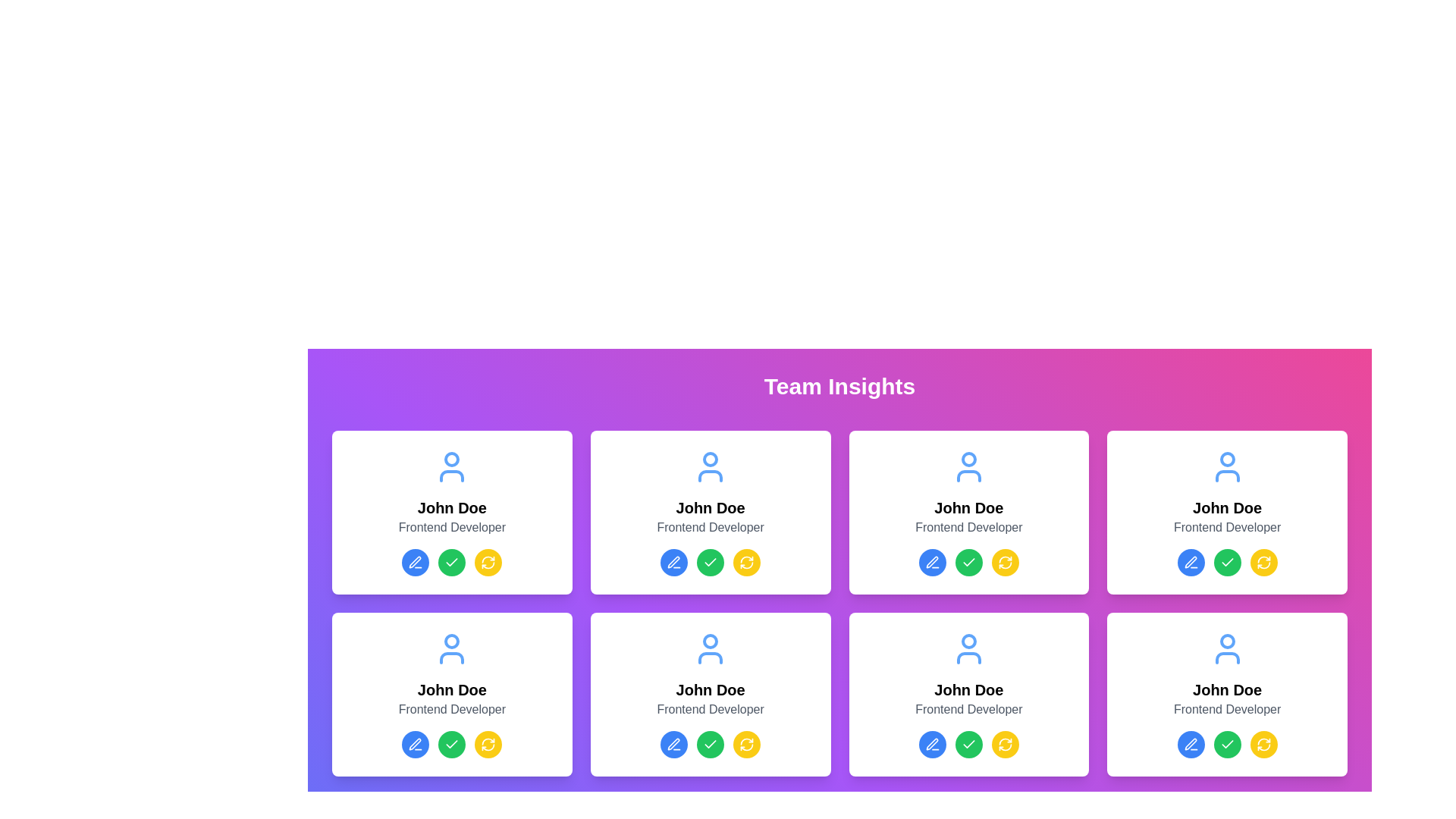 The width and height of the screenshot is (1456, 819). What do you see at coordinates (710, 690) in the screenshot?
I see `the text 'John Doe' by clicking on it, which is displayed prominently in bold or semi-bold typeface above the smaller text 'Frontend Developer' within the card in the second row, third column of the grid layout` at bounding box center [710, 690].